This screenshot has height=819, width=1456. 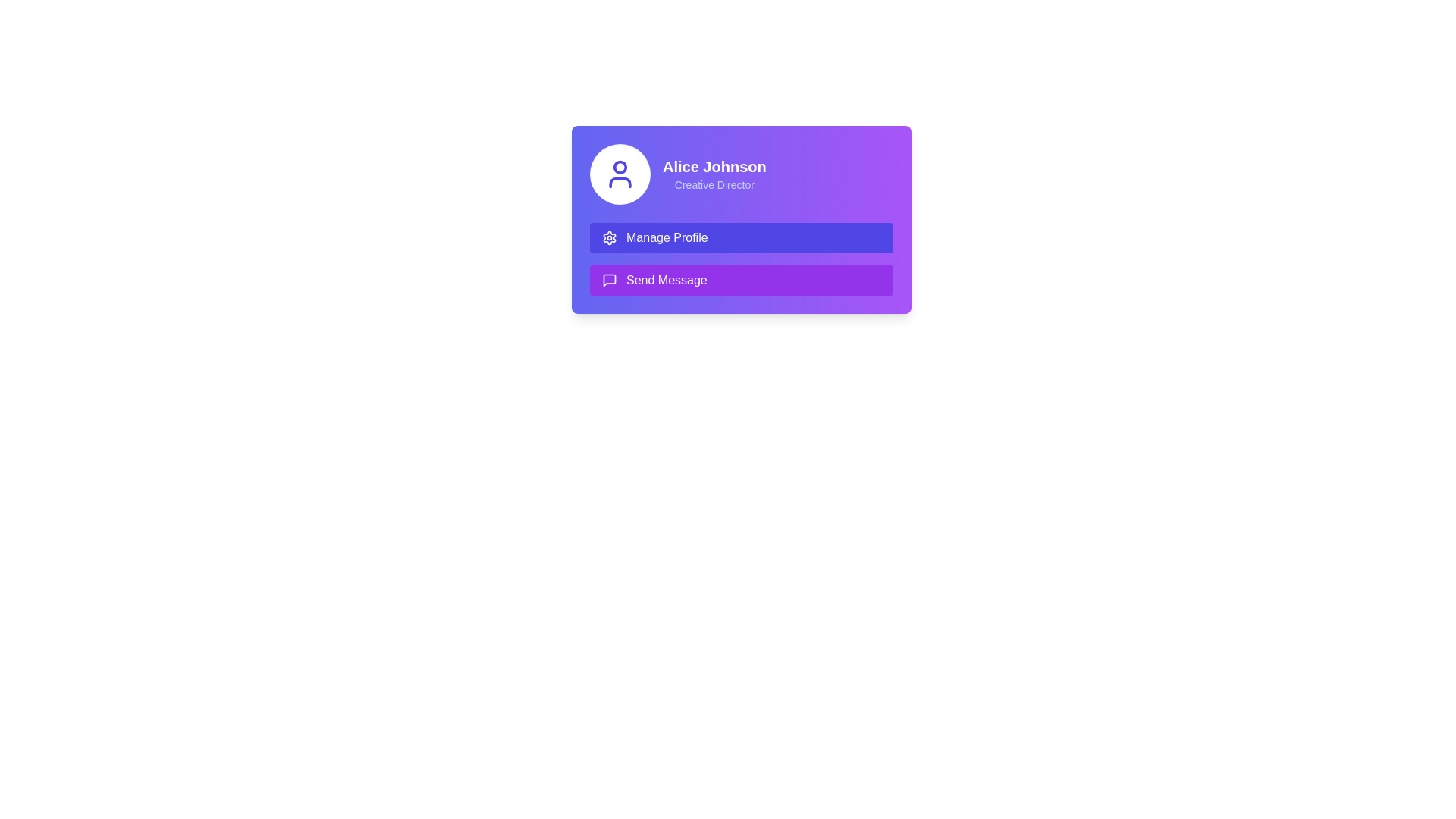 I want to click on the text label displaying 'Alice Johnson' which identifies a person within the card UI for potential interactive behavior, so click(x=713, y=166).